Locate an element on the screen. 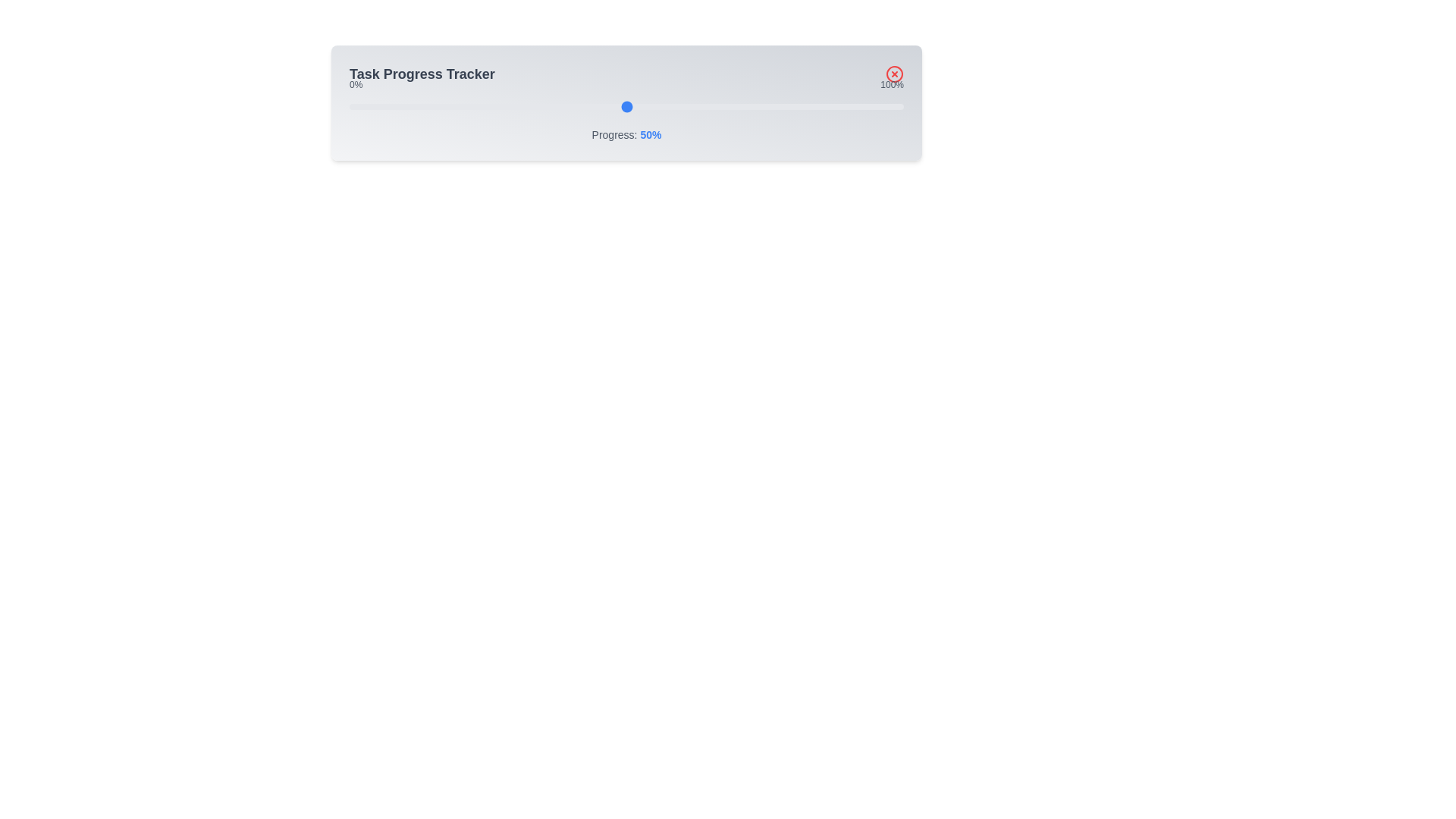 The image size is (1456, 819). the progress is located at coordinates (372, 106).